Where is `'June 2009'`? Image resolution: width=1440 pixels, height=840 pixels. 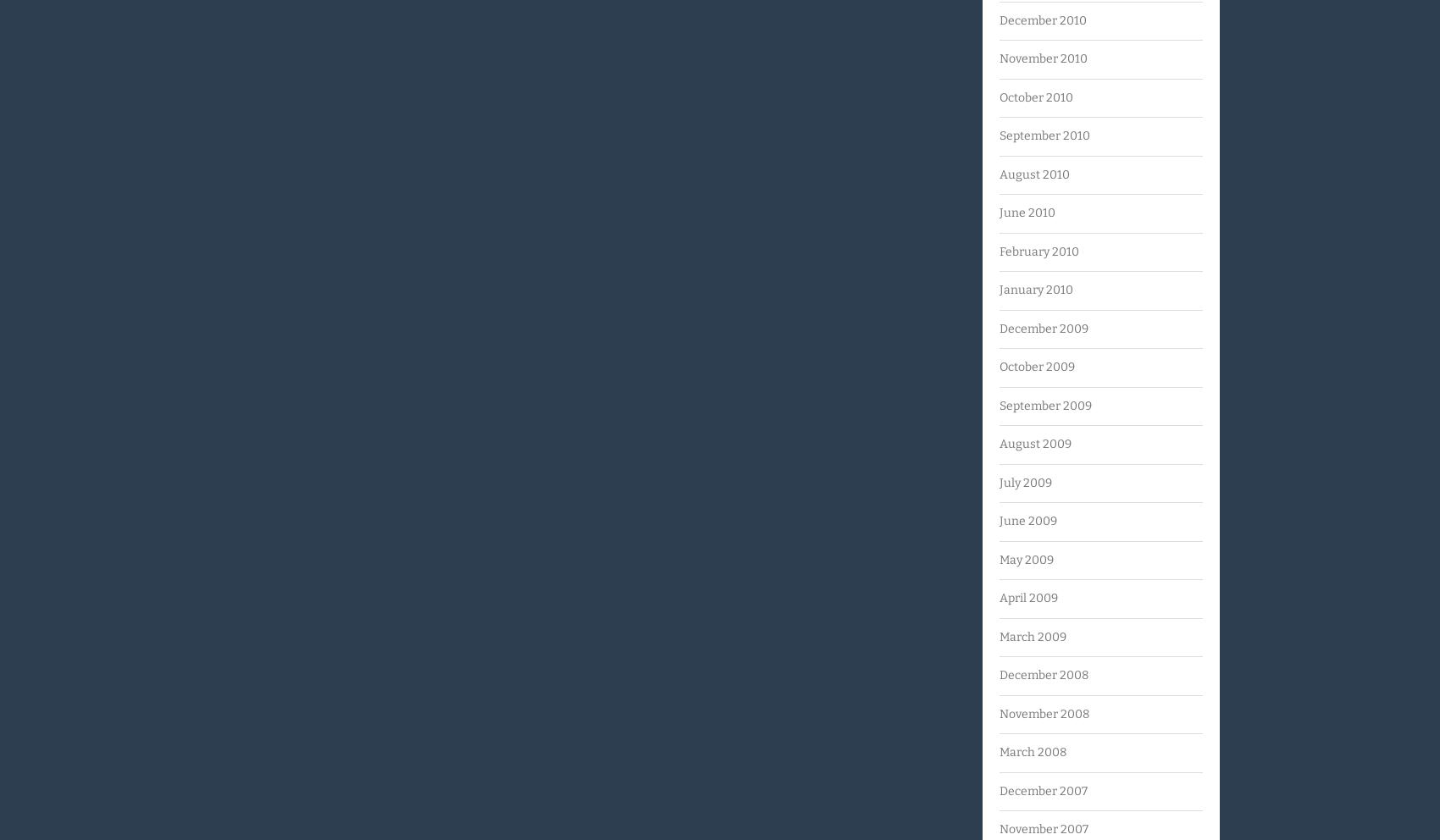
'June 2009' is located at coordinates (1027, 520).